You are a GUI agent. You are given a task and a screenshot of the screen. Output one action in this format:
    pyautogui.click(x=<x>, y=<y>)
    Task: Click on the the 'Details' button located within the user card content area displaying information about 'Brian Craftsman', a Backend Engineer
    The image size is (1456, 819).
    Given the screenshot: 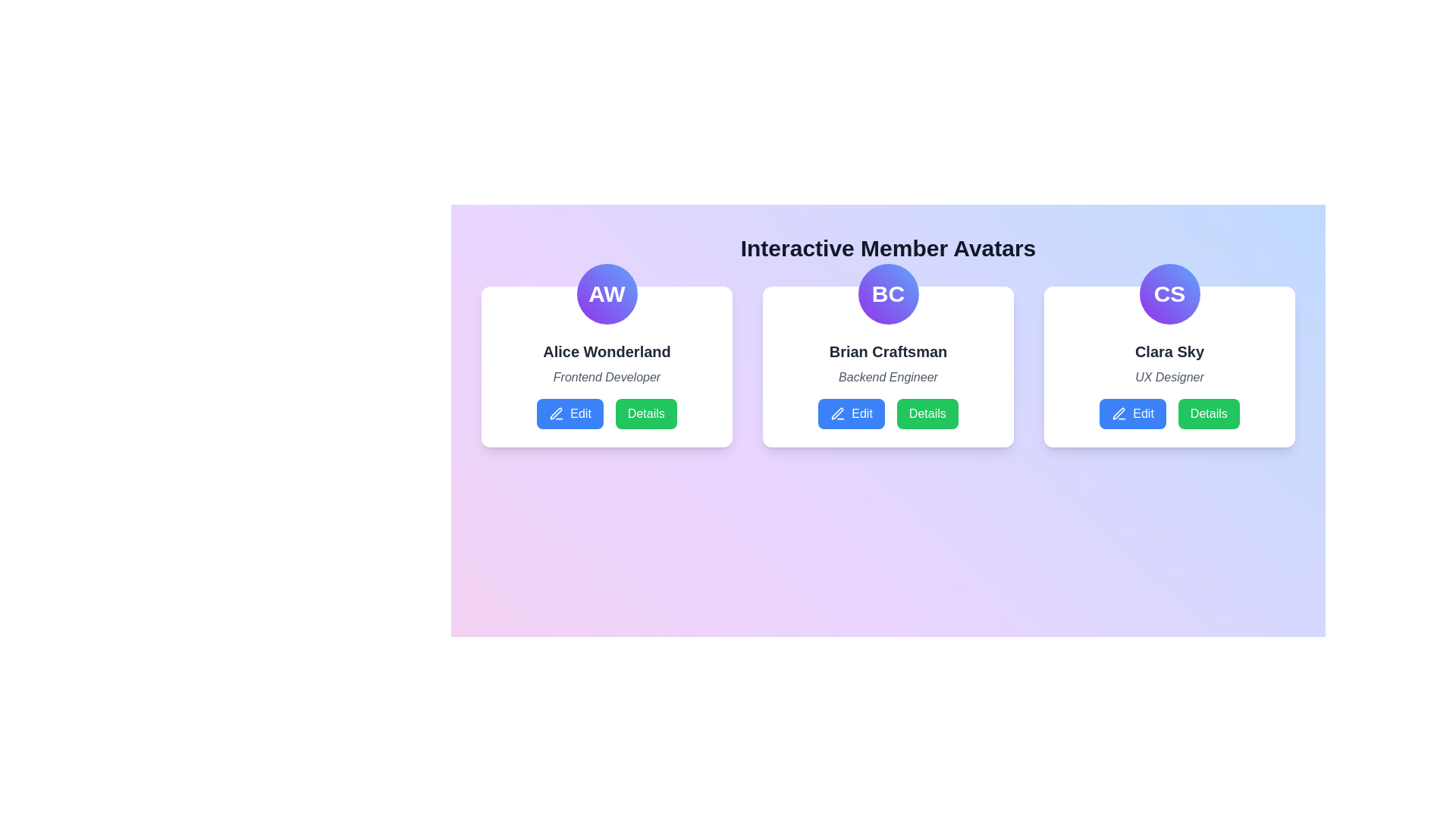 What is the action you would take?
    pyautogui.click(x=888, y=384)
    